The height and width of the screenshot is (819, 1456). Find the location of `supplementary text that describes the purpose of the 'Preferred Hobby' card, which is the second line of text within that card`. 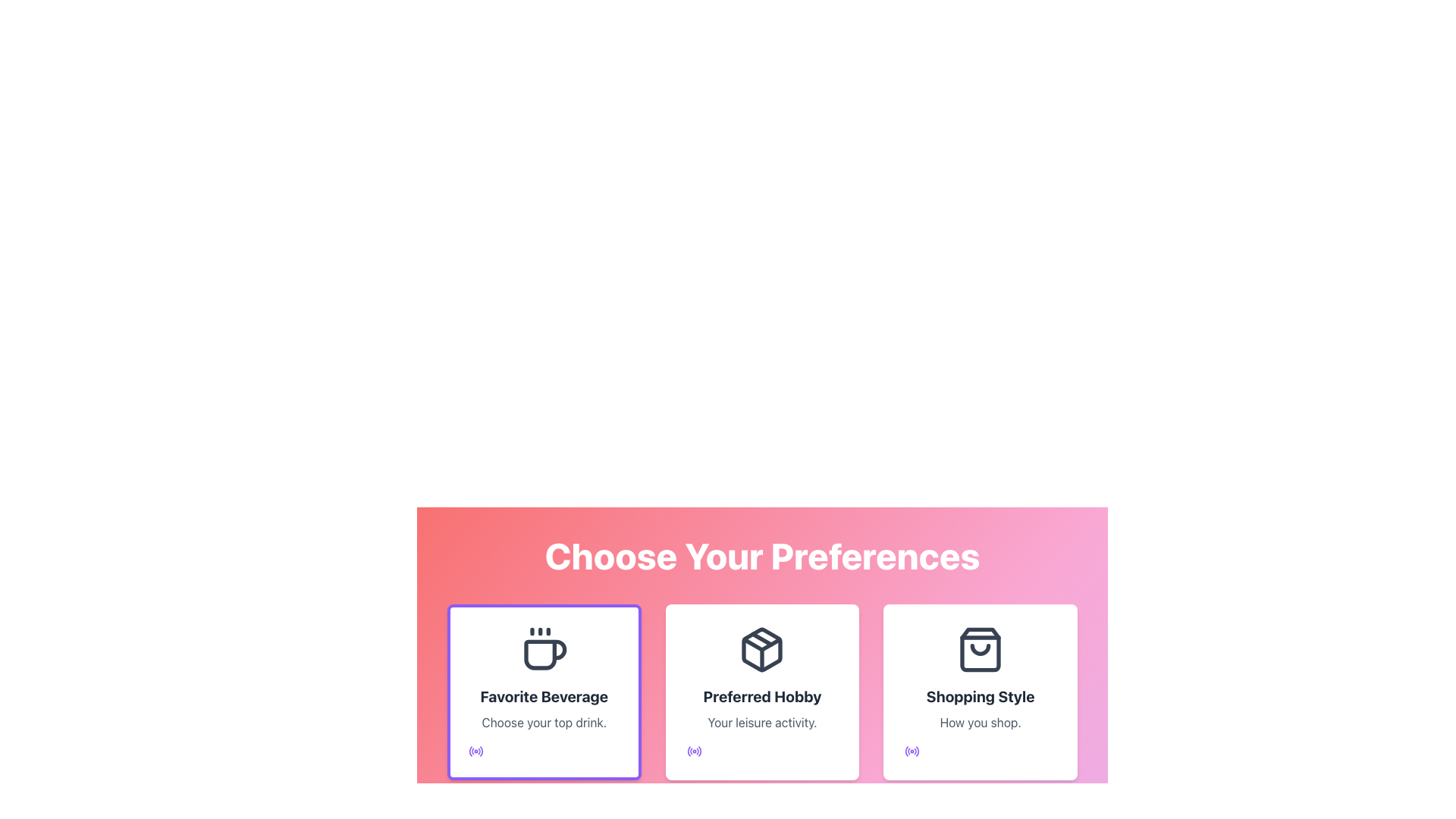

supplementary text that describes the purpose of the 'Preferred Hobby' card, which is the second line of text within that card is located at coordinates (762, 721).